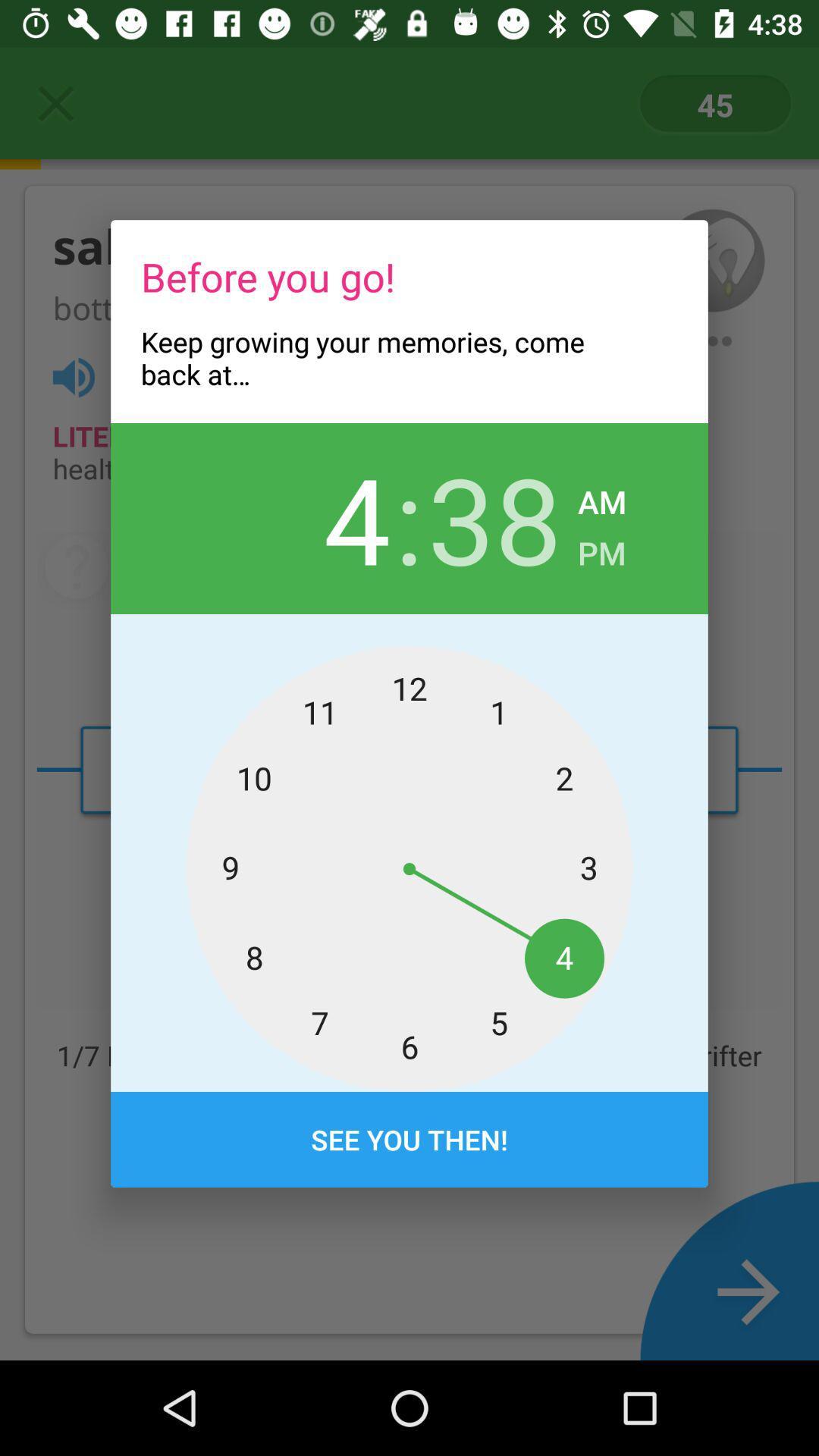 This screenshot has width=819, height=1456. I want to click on item next to : item, so click(494, 518).